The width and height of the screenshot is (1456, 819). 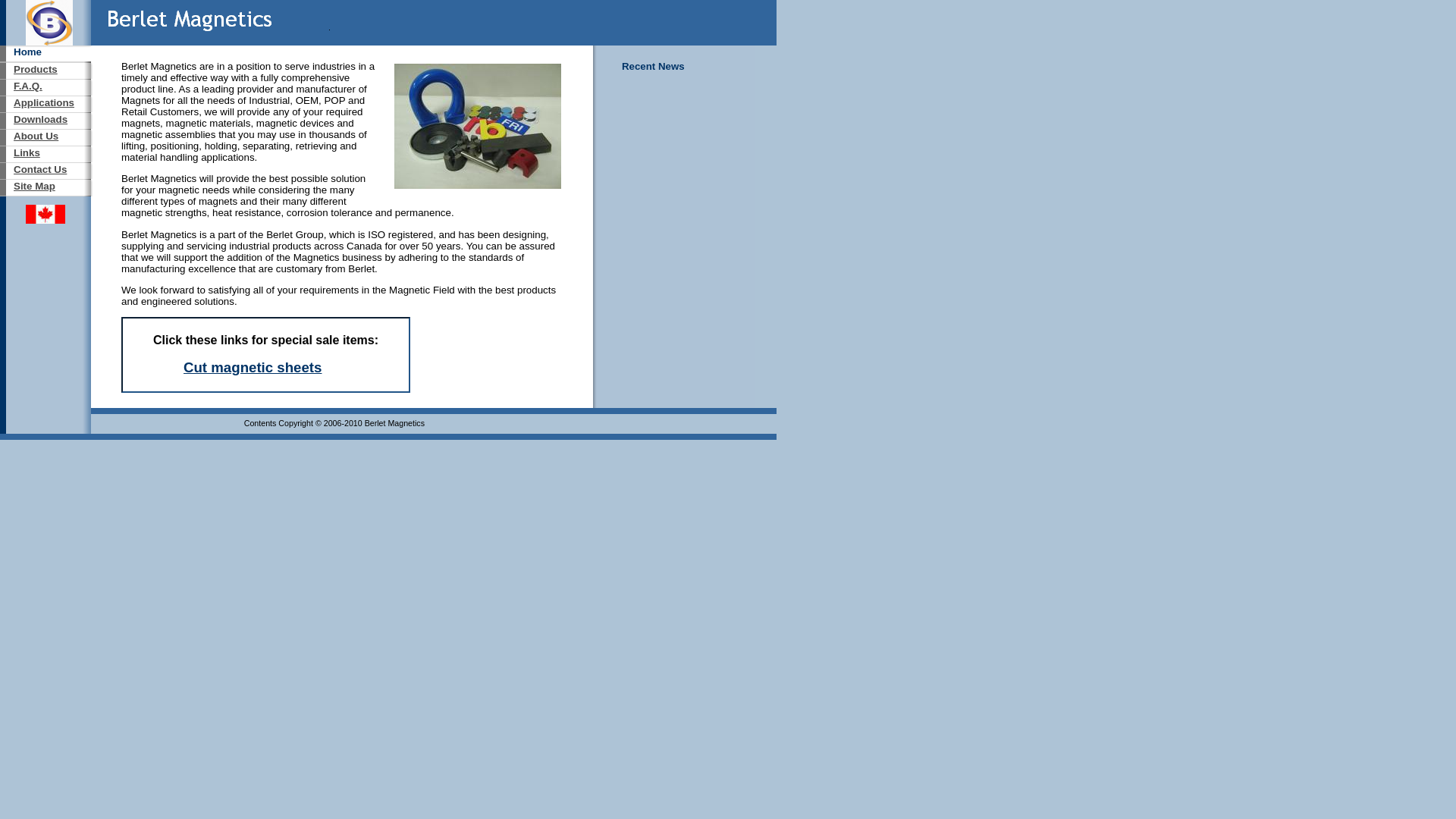 I want to click on 'Site Map', so click(x=34, y=185).